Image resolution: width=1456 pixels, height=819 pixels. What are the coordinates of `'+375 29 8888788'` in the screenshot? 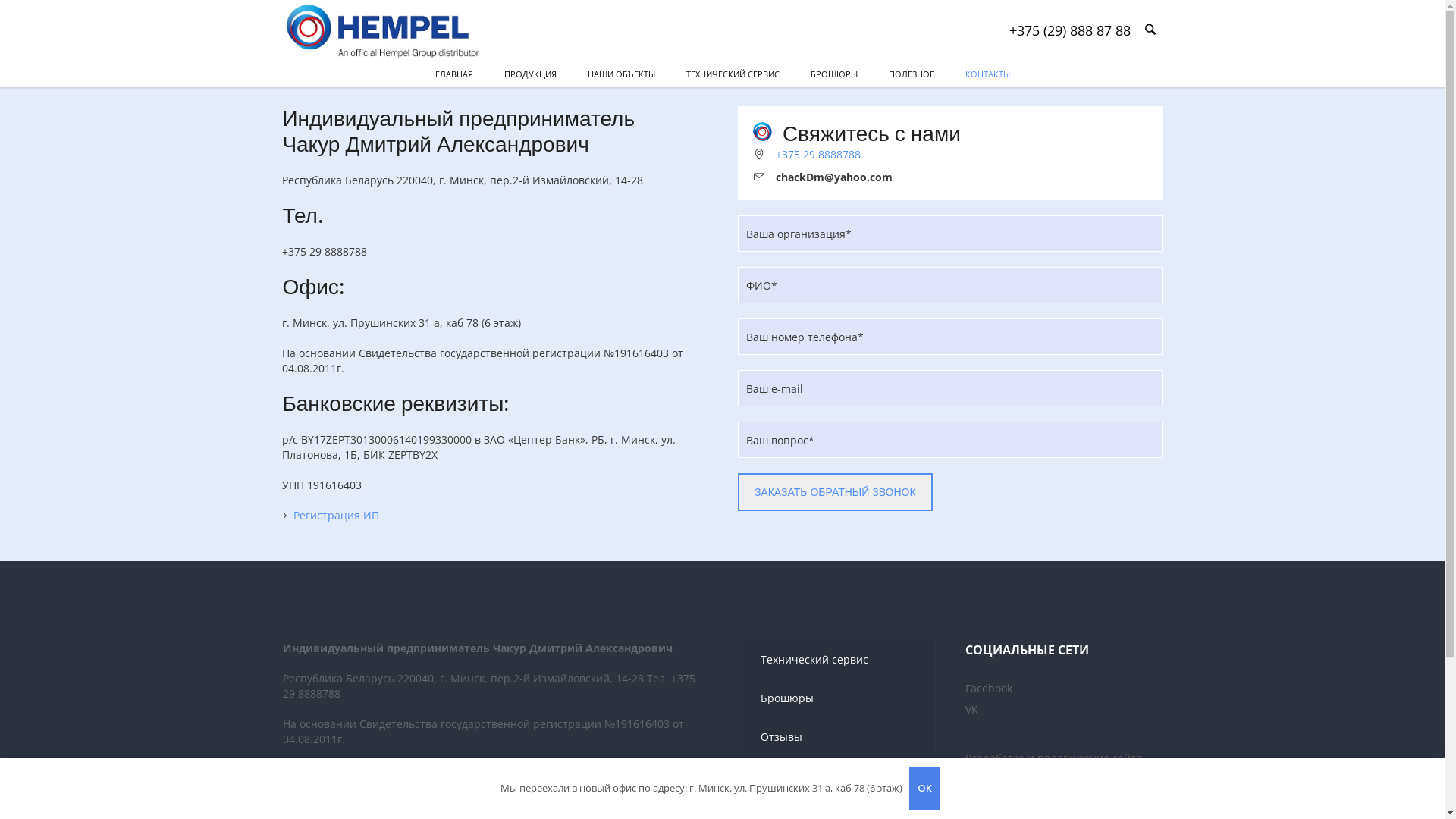 It's located at (817, 154).